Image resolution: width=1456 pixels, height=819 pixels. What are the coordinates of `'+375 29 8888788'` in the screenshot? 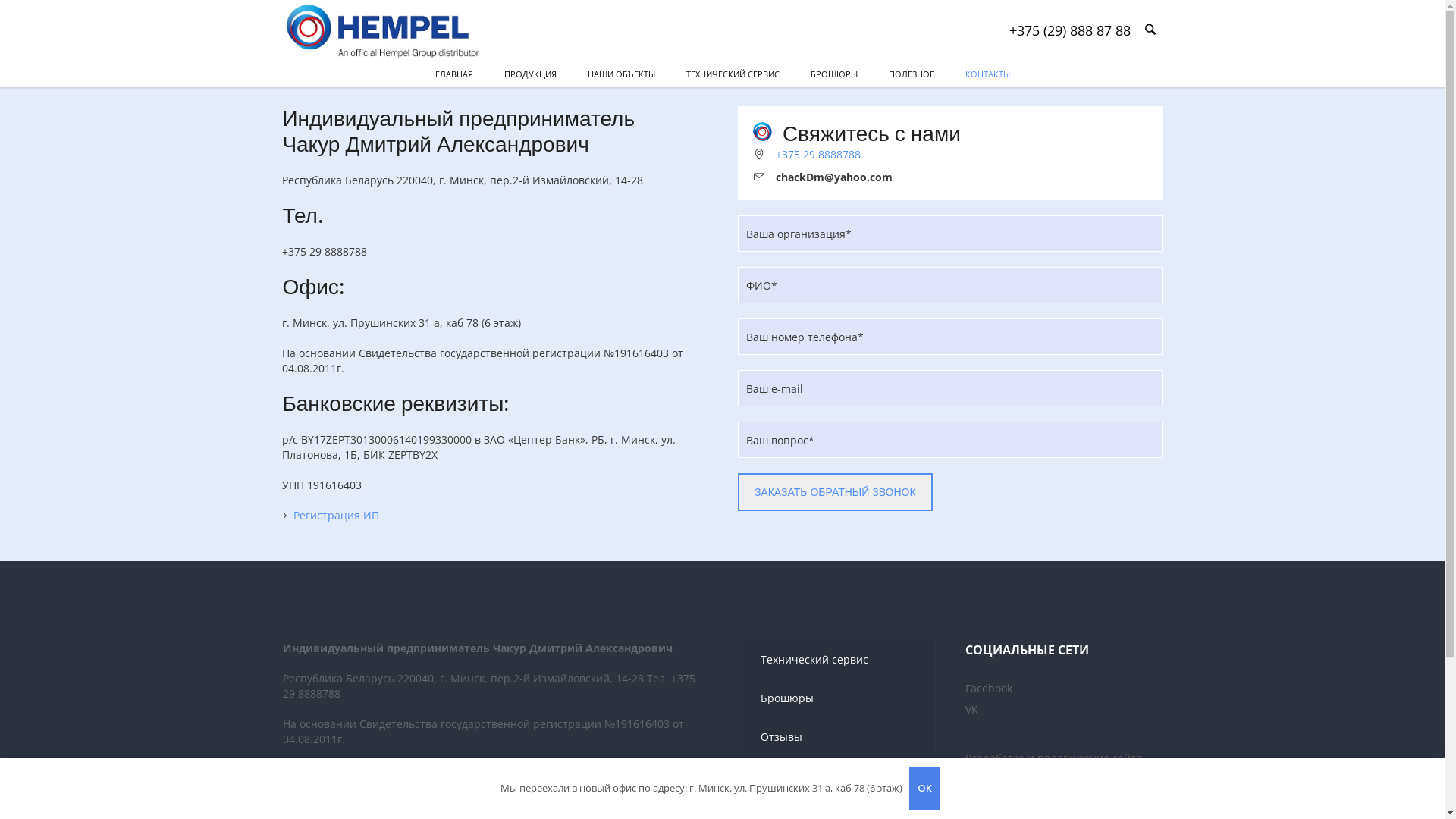 It's located at (817, 154).